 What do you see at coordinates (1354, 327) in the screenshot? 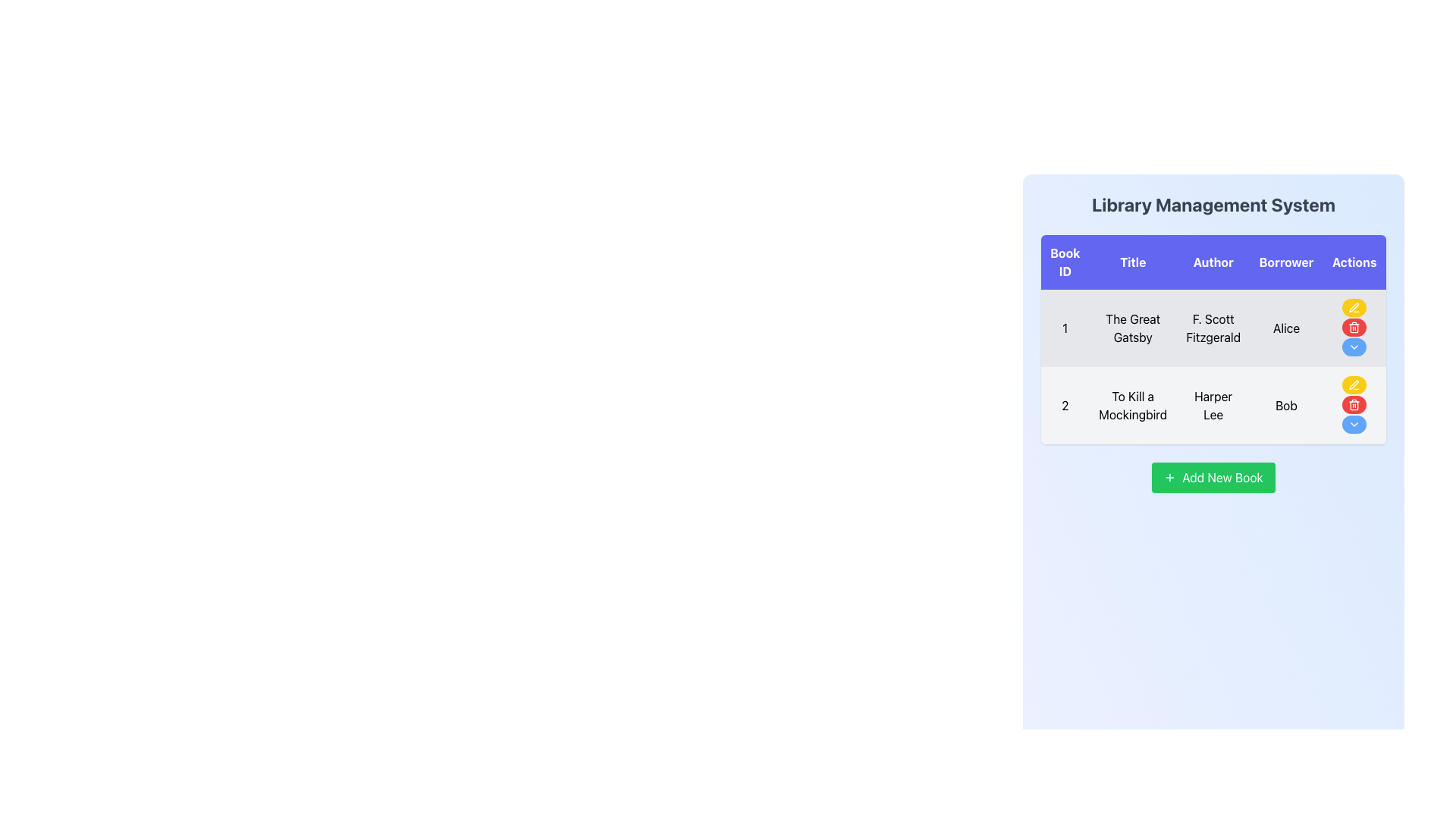
I see `the small red circular button with a trash can icon located in the 'Actions' column of the first row in the Library Management System interface` at bounding box center [1354, 327].